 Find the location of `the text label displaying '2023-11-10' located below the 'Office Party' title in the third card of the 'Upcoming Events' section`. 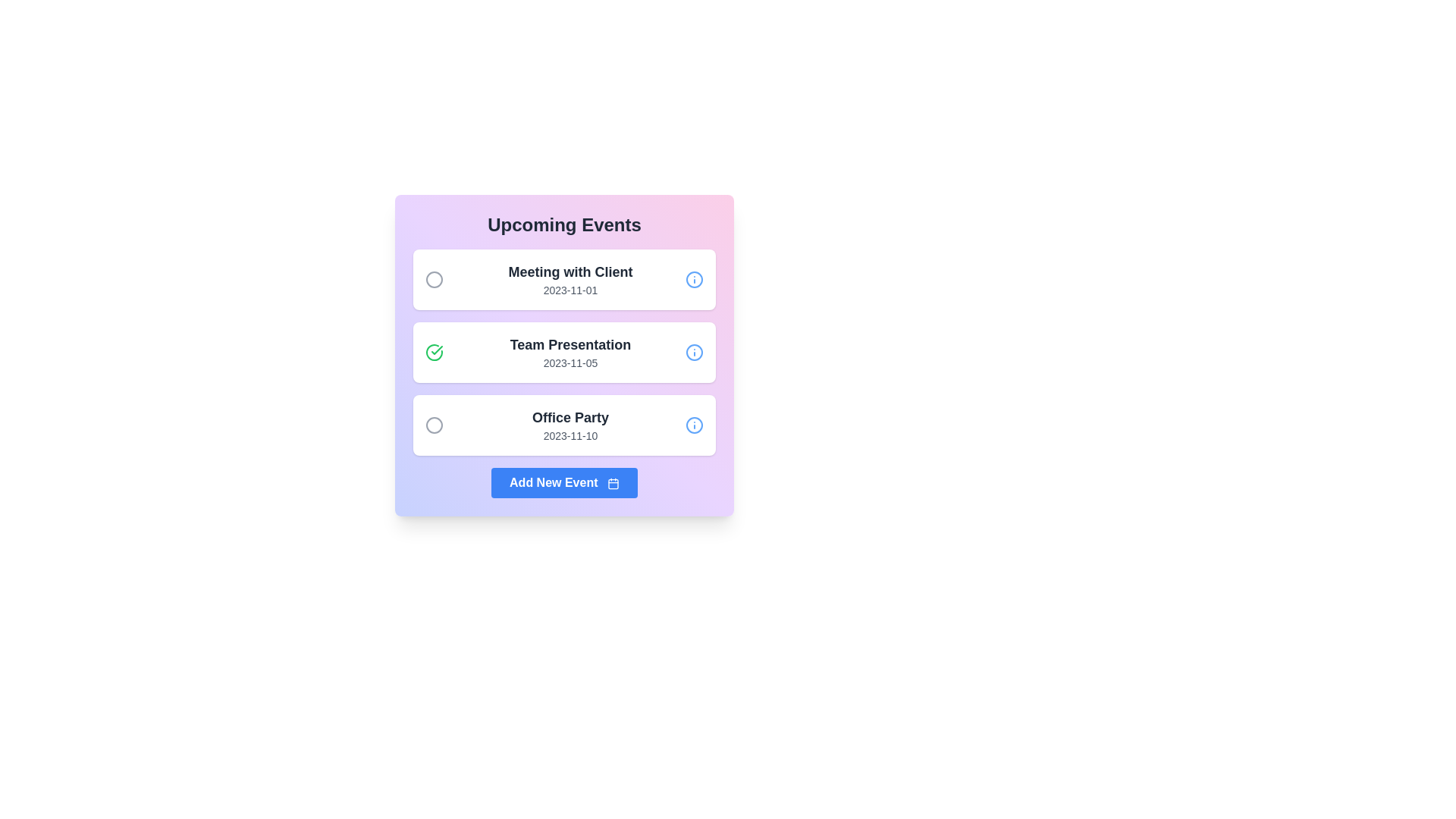

the text label displaying '2023-11-10' located below the 'Office Party' title in the third card of the 'Upcoming Events' section is located at coordinates (570, 435).